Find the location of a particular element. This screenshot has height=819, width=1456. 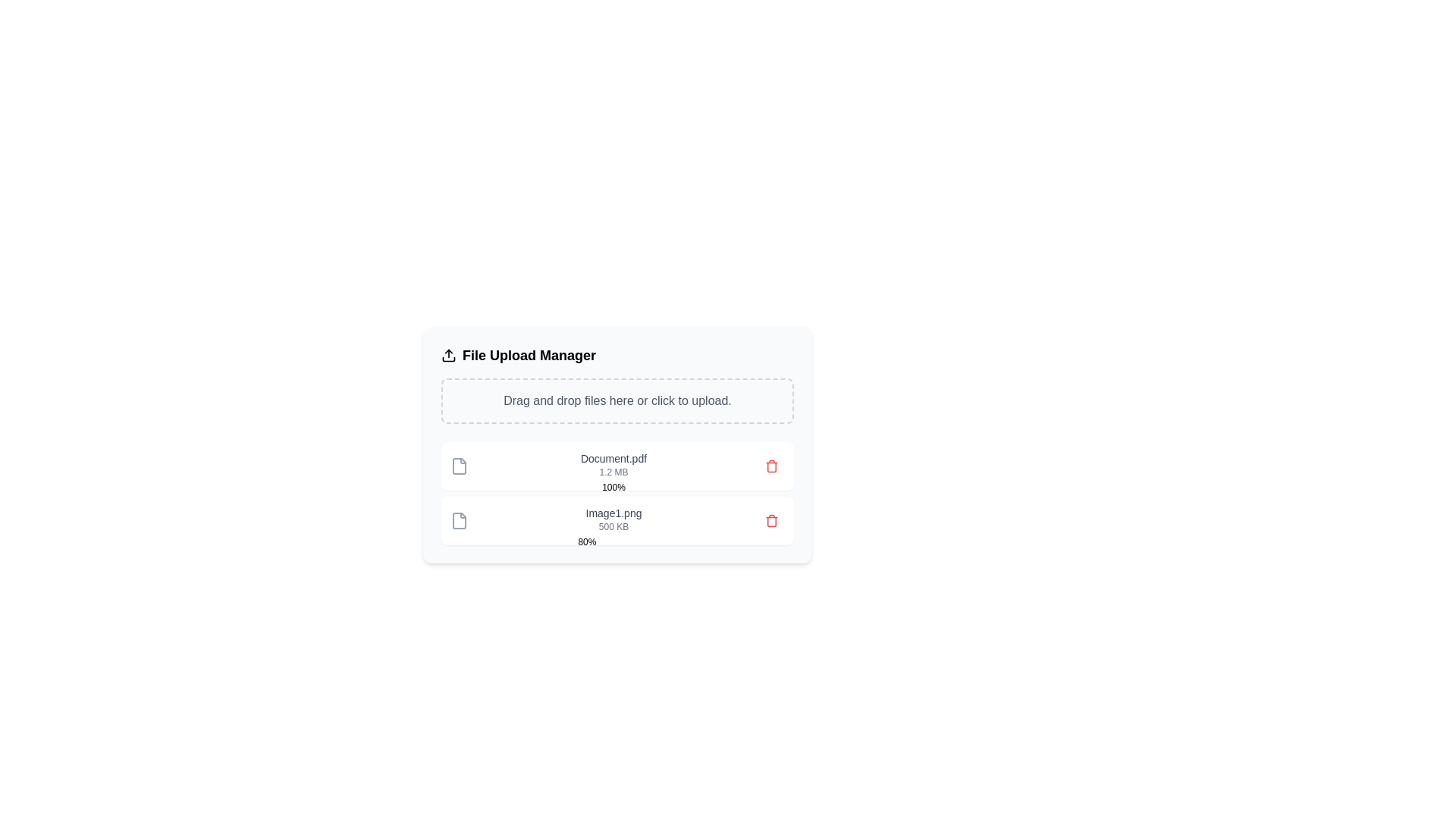

the static text label displaying 'Image1.png' in gray color, located above the '500 KB' text in the file upload manager interface is located at coordinates (613, 513).